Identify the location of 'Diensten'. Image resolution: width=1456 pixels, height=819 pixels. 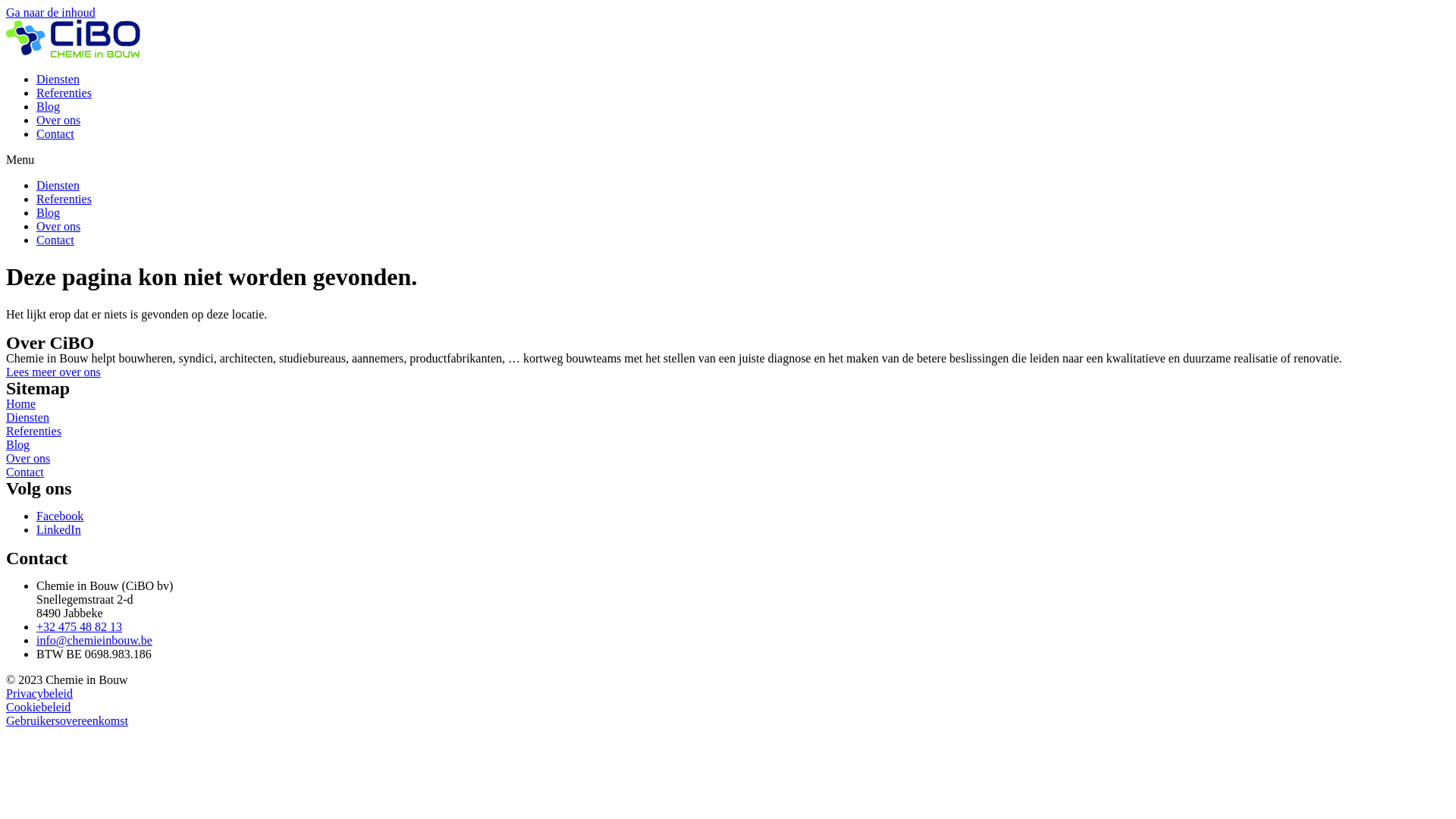
(58, 184).